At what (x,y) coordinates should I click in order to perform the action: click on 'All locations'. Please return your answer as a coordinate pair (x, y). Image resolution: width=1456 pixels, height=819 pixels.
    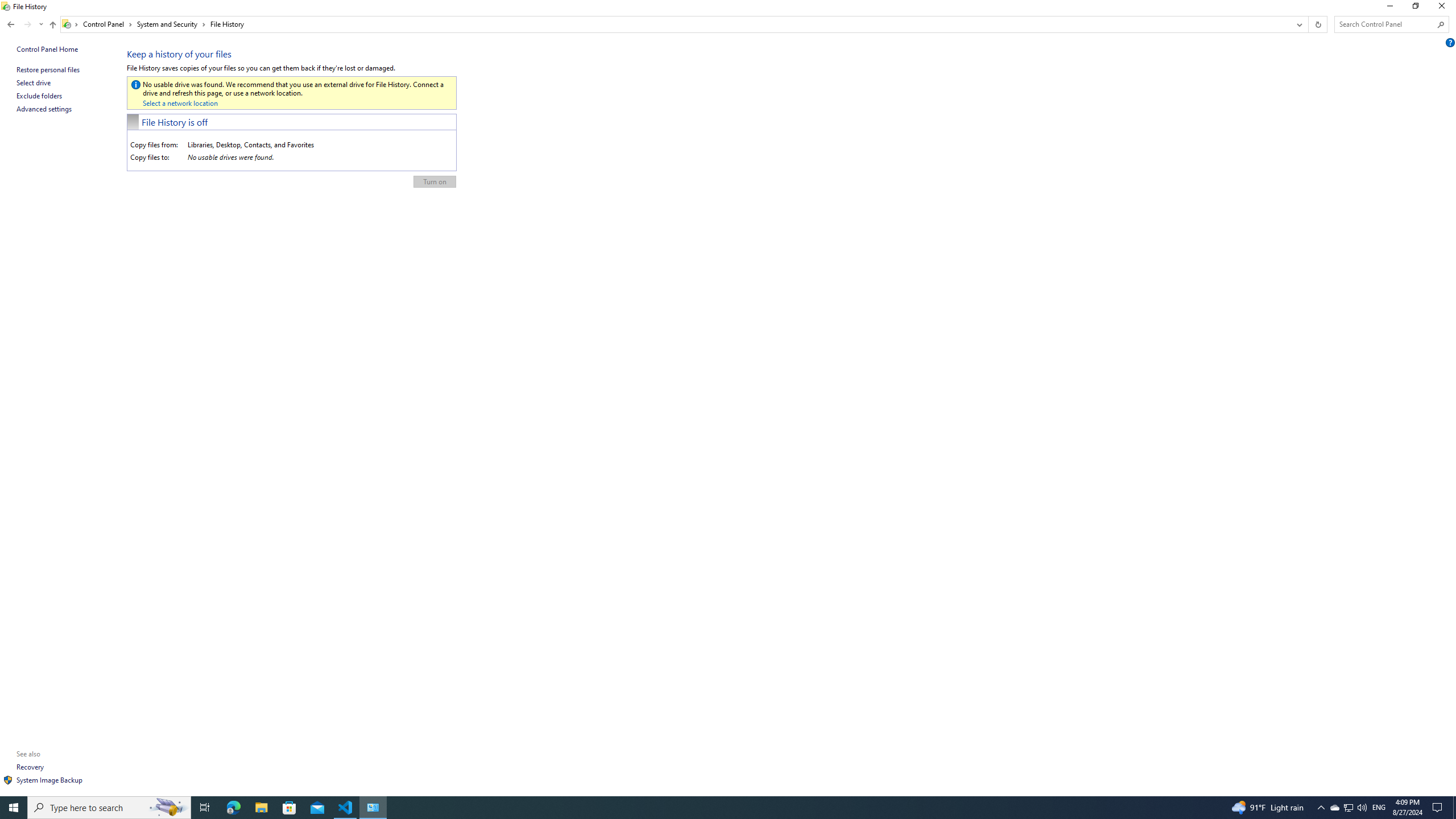
    Looking at the image, I should click on (70, 24).